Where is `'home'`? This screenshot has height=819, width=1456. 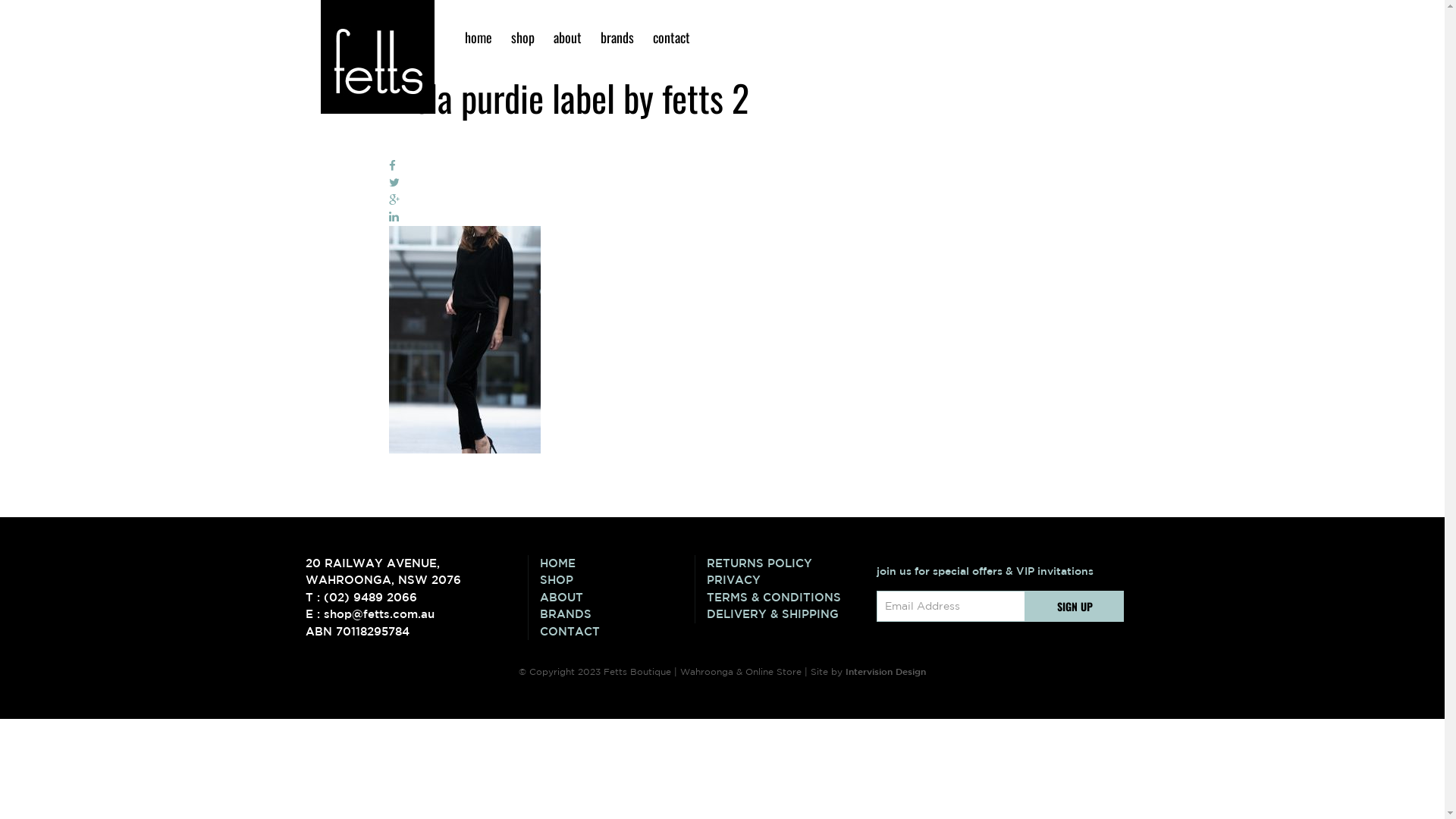
'home' is located at coordinates (476, 36).